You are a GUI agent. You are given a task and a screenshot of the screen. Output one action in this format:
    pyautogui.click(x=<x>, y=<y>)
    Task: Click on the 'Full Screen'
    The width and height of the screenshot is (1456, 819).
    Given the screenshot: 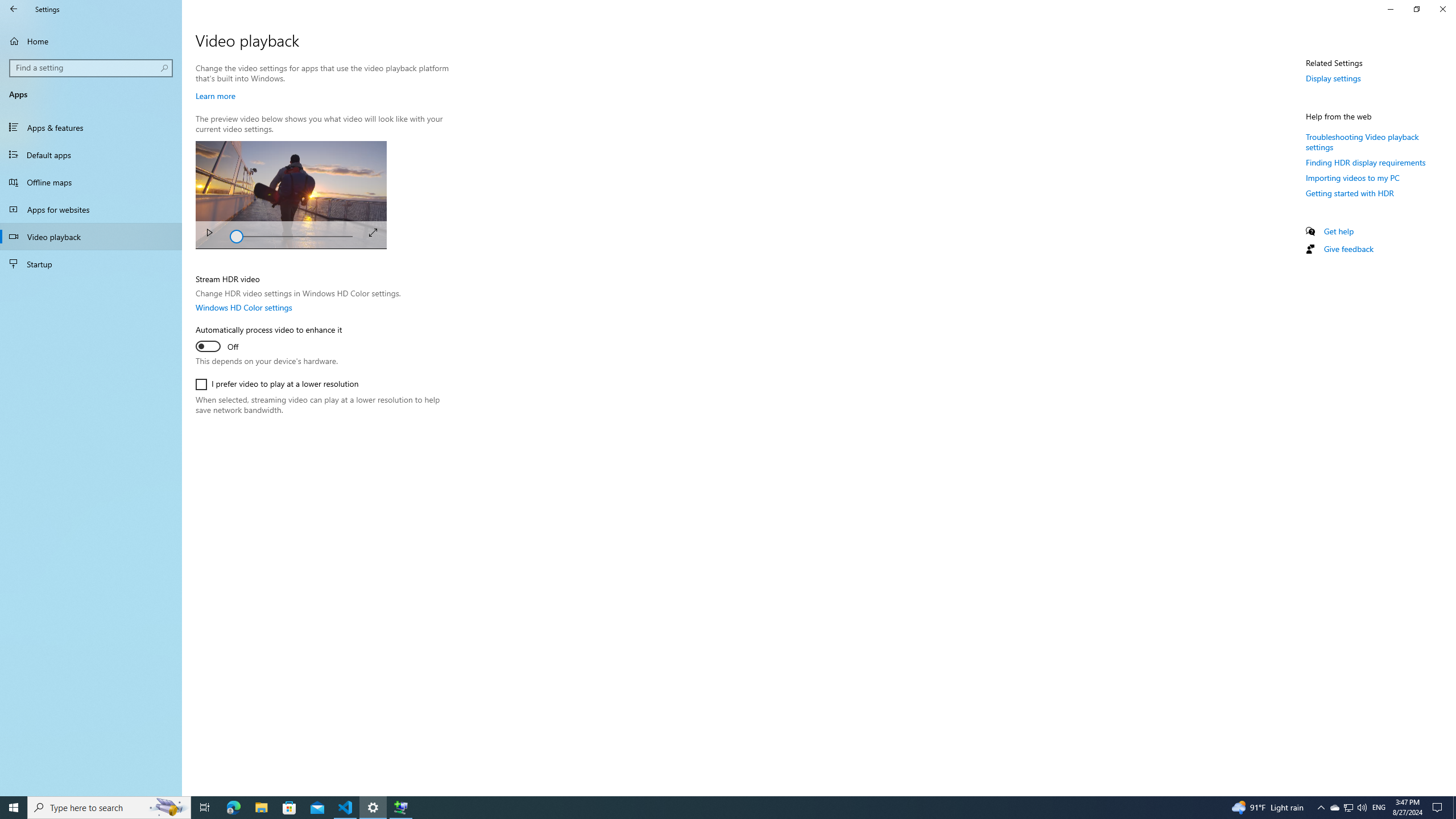 What is the action you would take?
    pyautogui.click(x=373, y=231)
    